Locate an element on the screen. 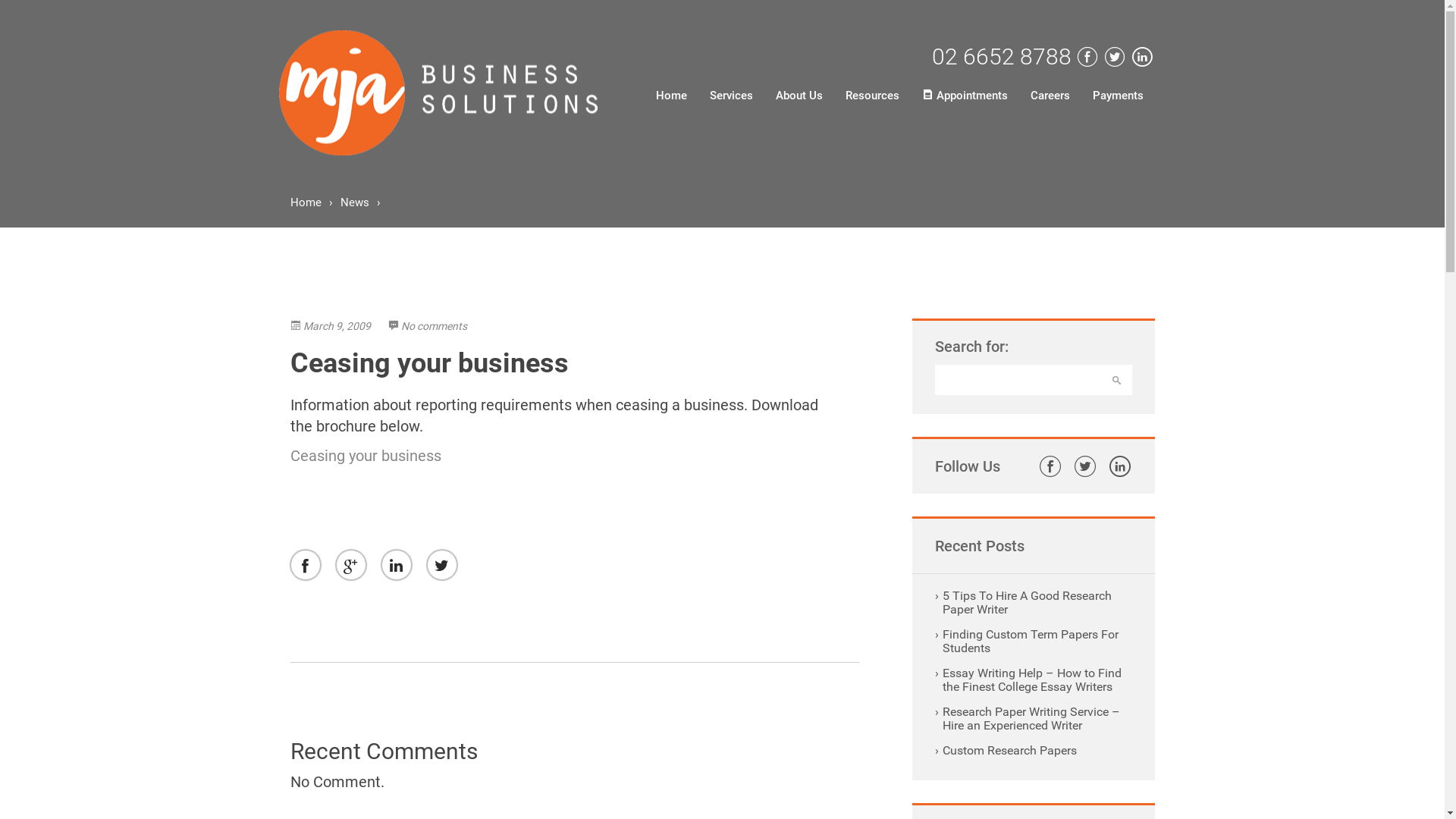 This screenshot has height=819, width=1456. 'Payments' is located at coordinates (1118, 96).